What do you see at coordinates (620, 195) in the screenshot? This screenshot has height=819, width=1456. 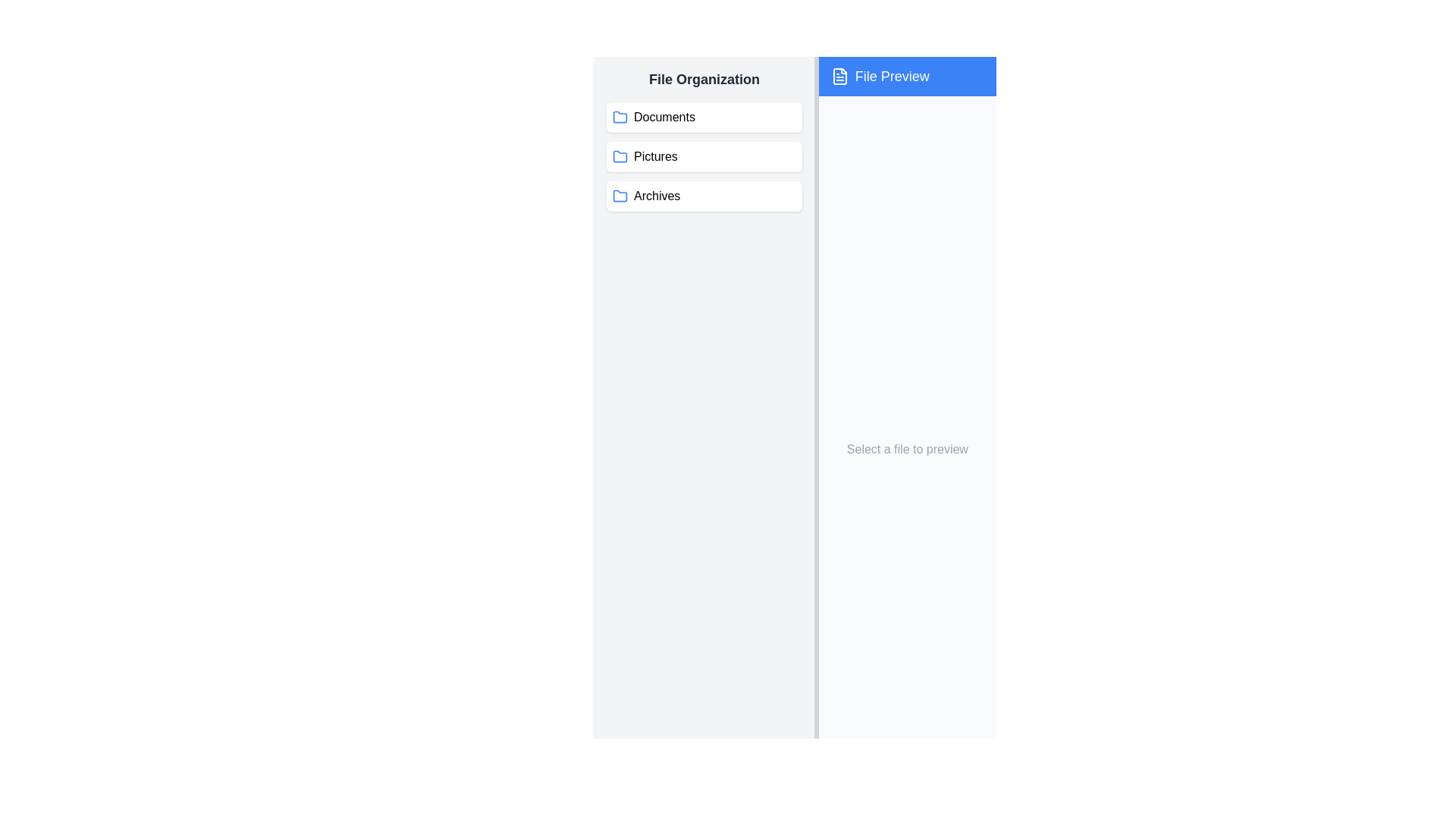 I see `the folder icon representing the 'Archives' folder located on the left side of the page, inside the third list item labeled 'Archives'` at bounding box center [620, 195].